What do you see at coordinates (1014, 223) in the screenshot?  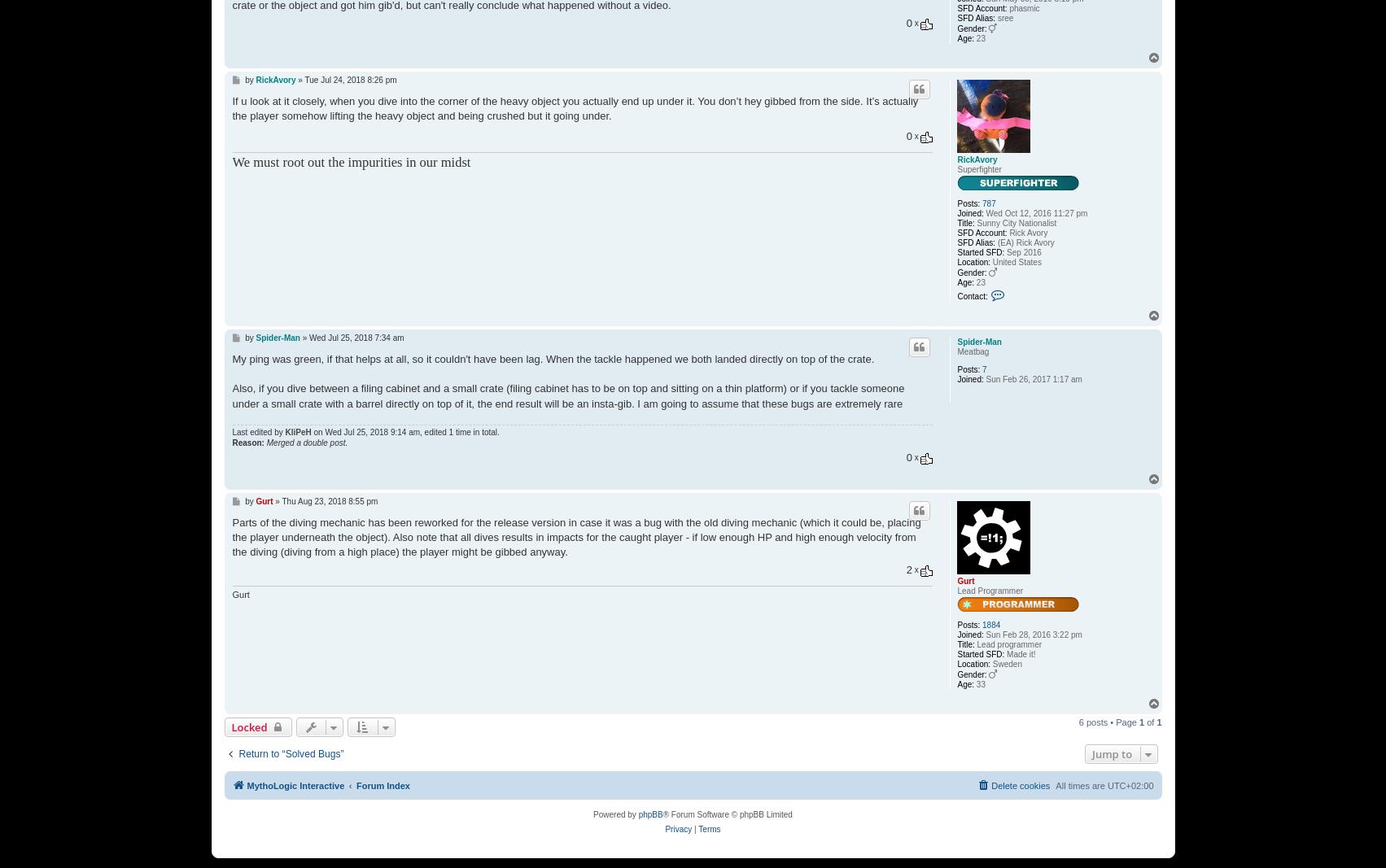 I see `'Sunny City Nationalist'` at bounding box center [1014, 223].